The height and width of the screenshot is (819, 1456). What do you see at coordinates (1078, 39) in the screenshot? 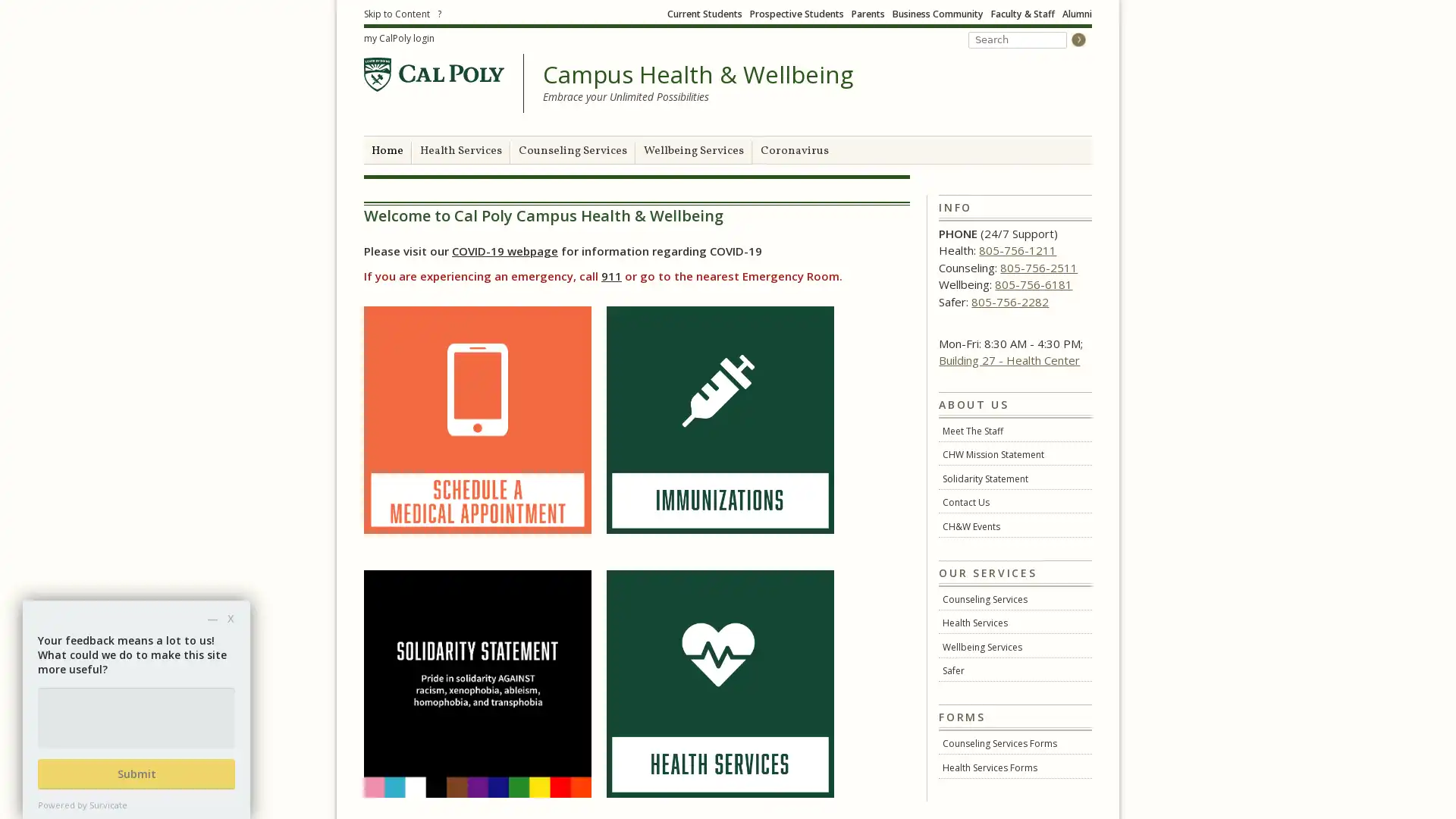
I see `Go` at bounding box center [1078, 39].